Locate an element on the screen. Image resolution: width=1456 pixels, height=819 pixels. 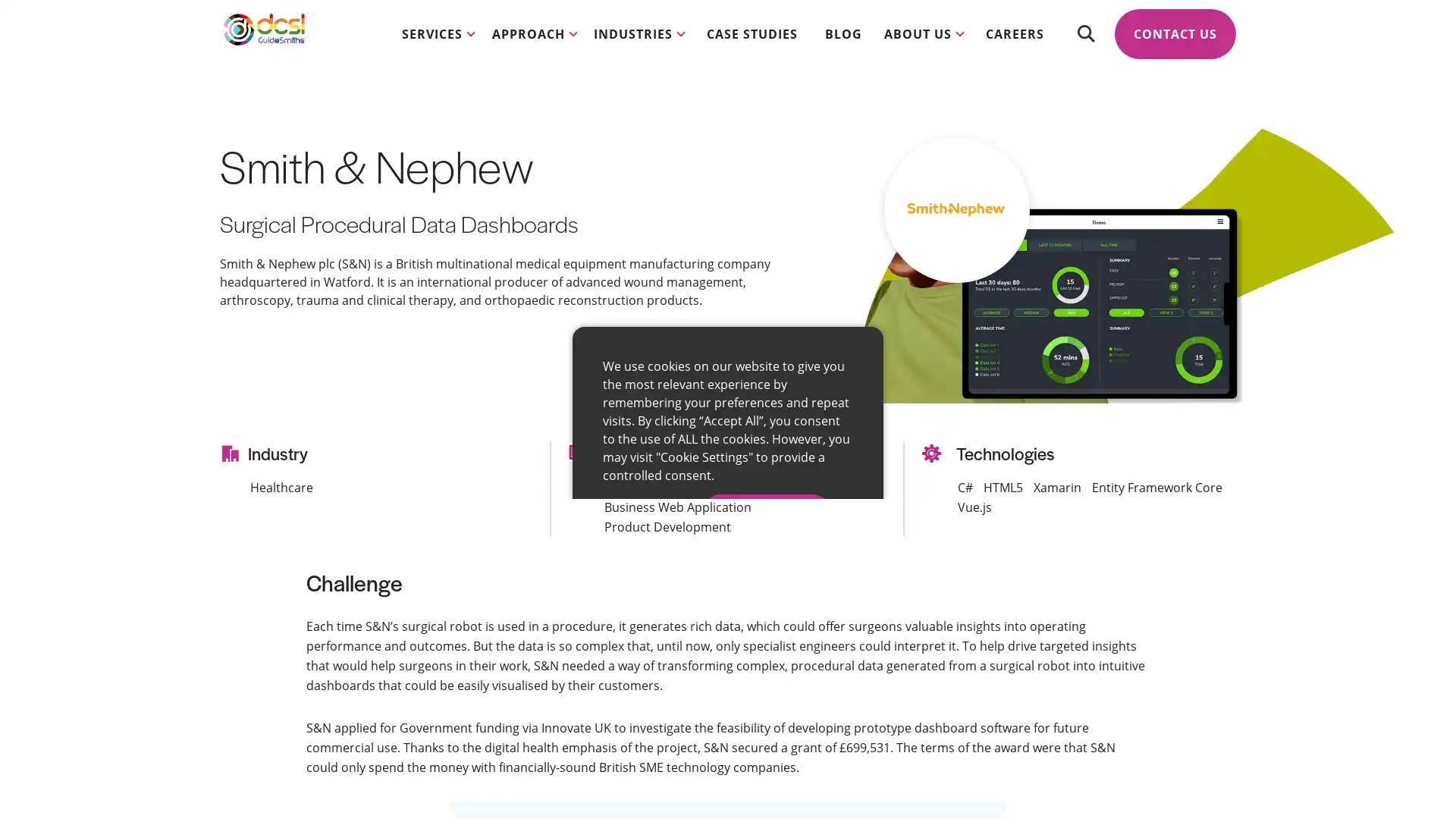
Search is located at coordinates (1084, 45).